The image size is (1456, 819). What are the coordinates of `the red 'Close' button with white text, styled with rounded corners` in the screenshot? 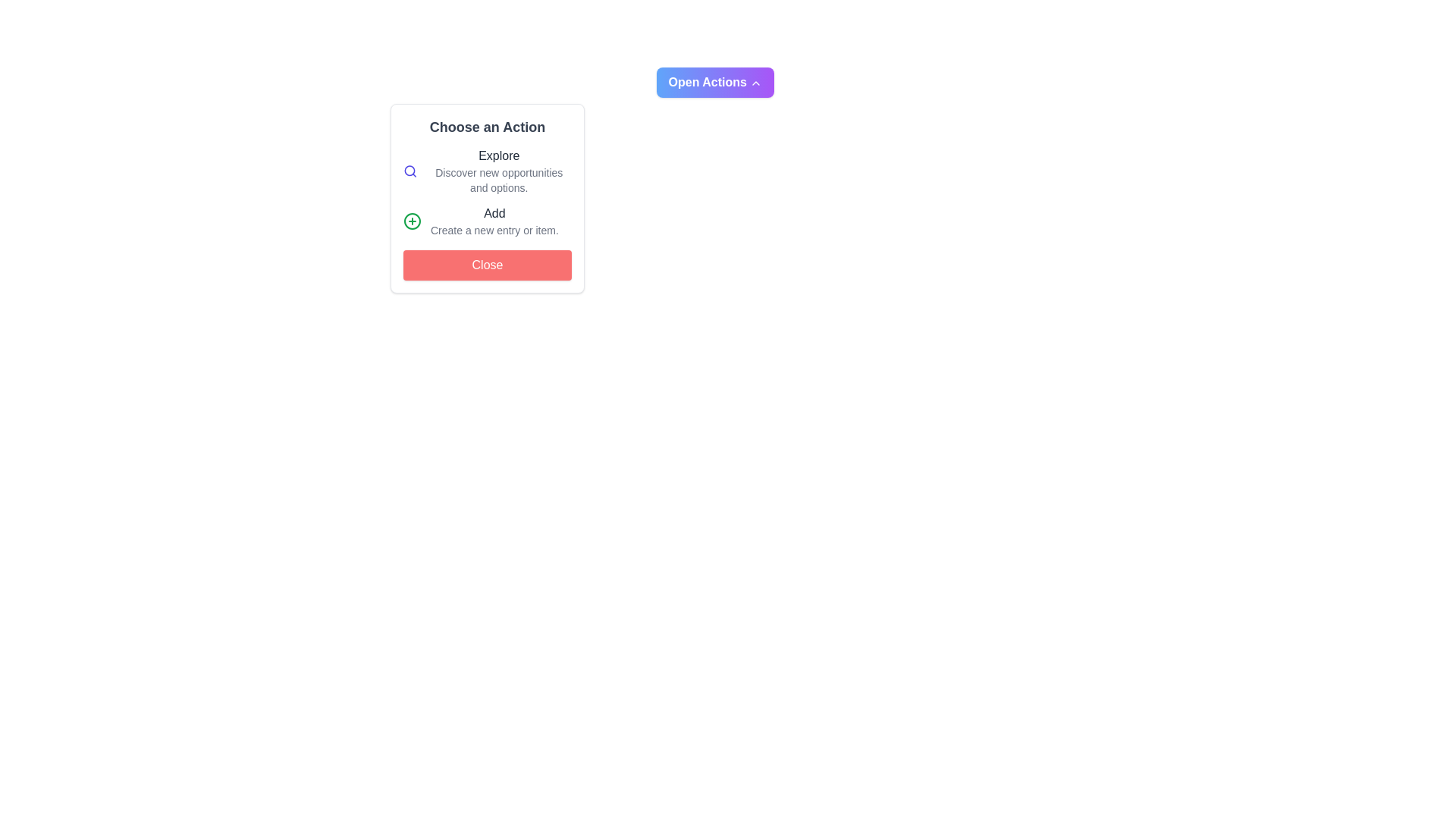 It's located at (488, 265).